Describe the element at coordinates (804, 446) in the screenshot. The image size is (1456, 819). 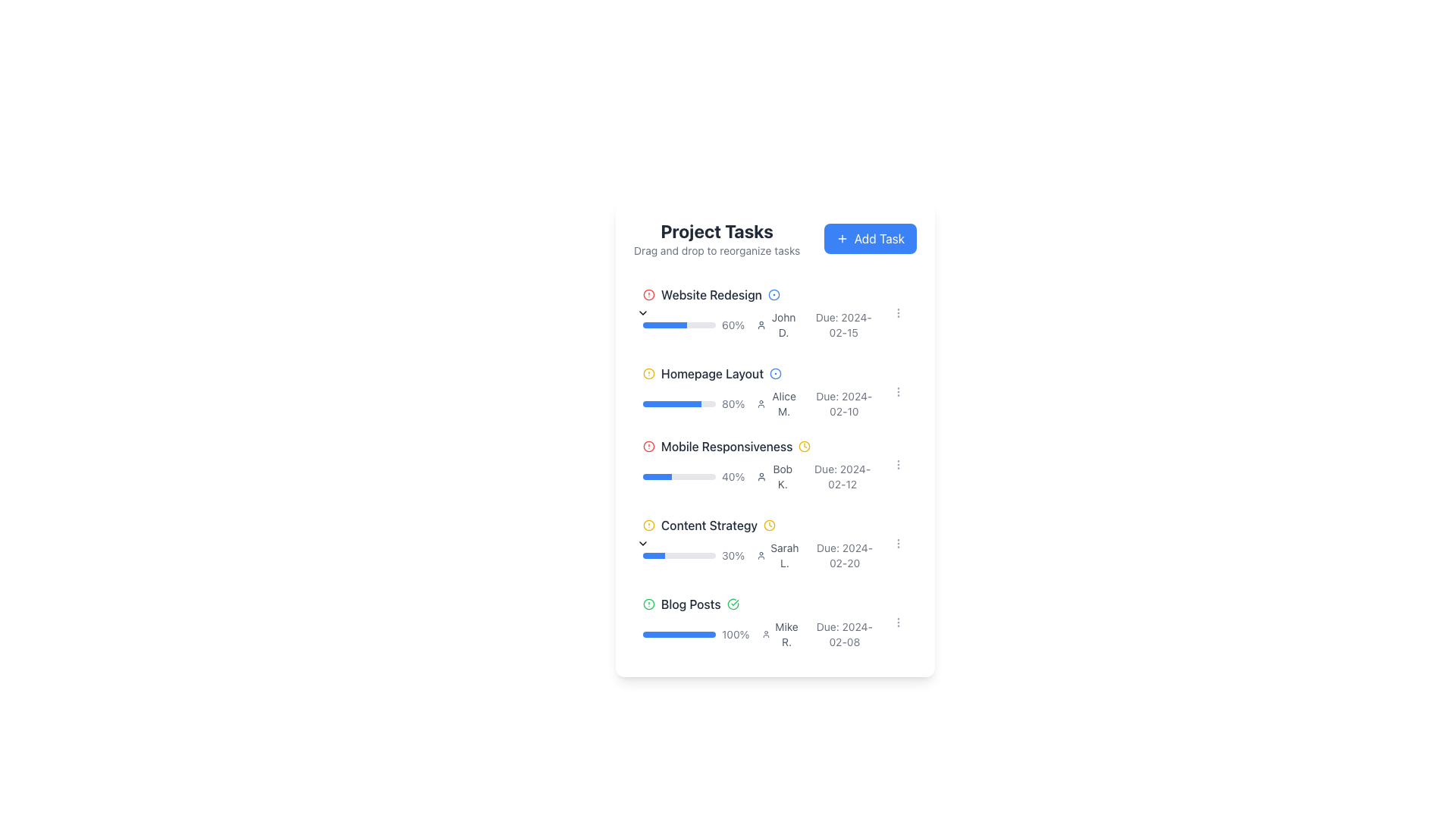
I see `the time-related status icon associated with the 'Mobile Responsiveness' task, located on the far-right side next to other task details` at that location.